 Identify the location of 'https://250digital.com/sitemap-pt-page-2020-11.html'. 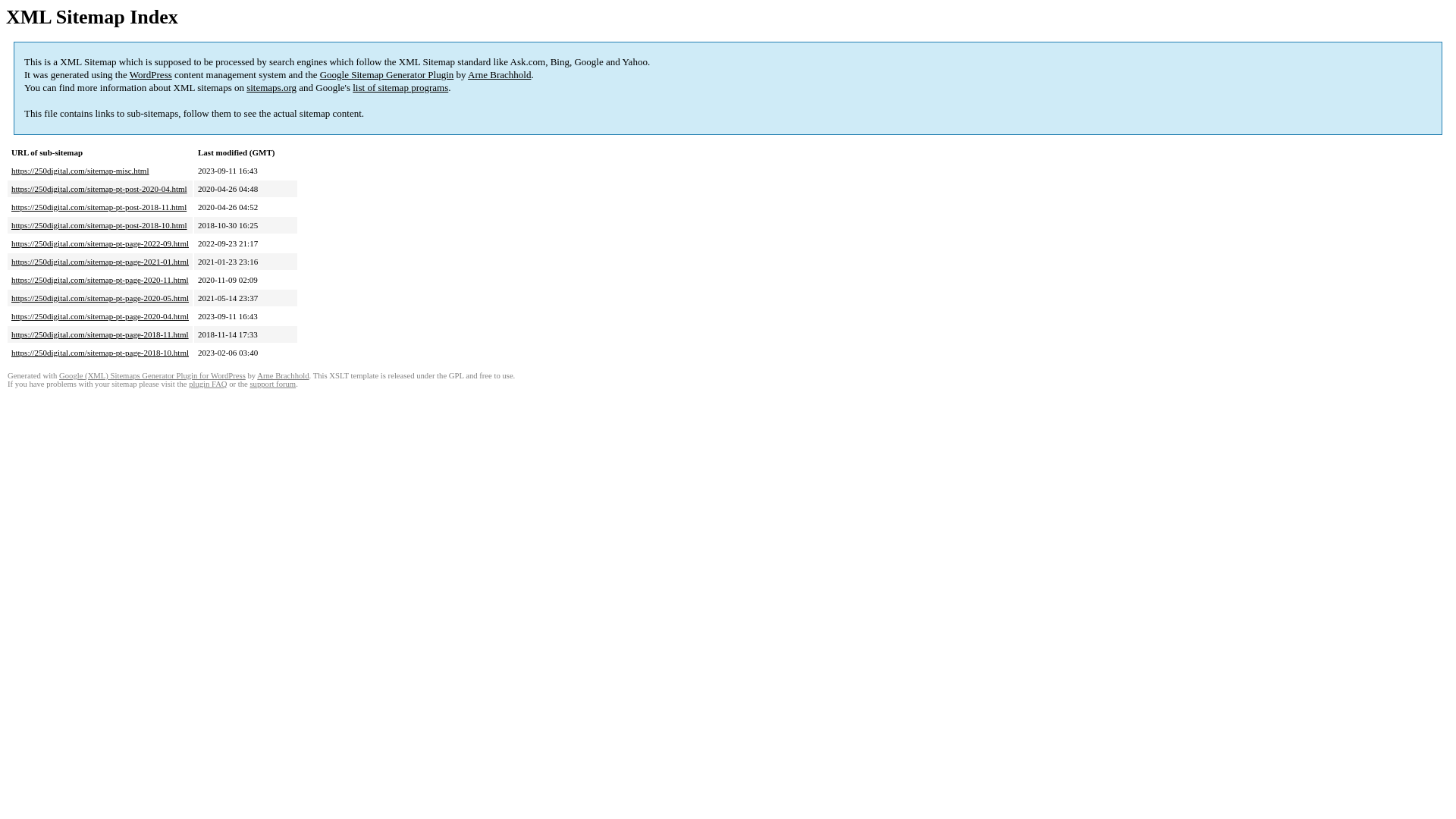
(11, 280).